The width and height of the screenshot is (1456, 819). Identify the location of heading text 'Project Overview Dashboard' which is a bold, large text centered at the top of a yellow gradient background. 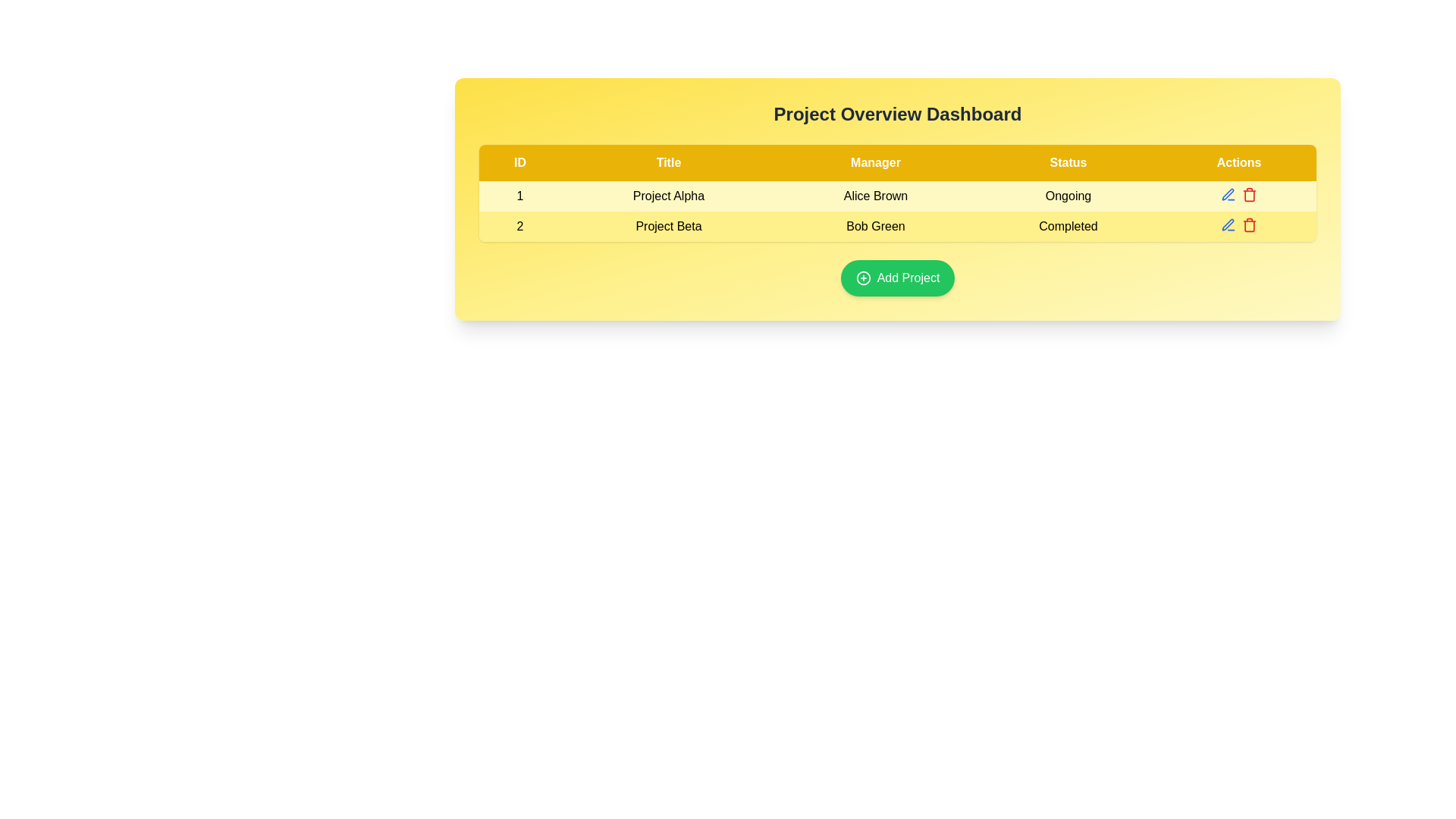
(898, 113).